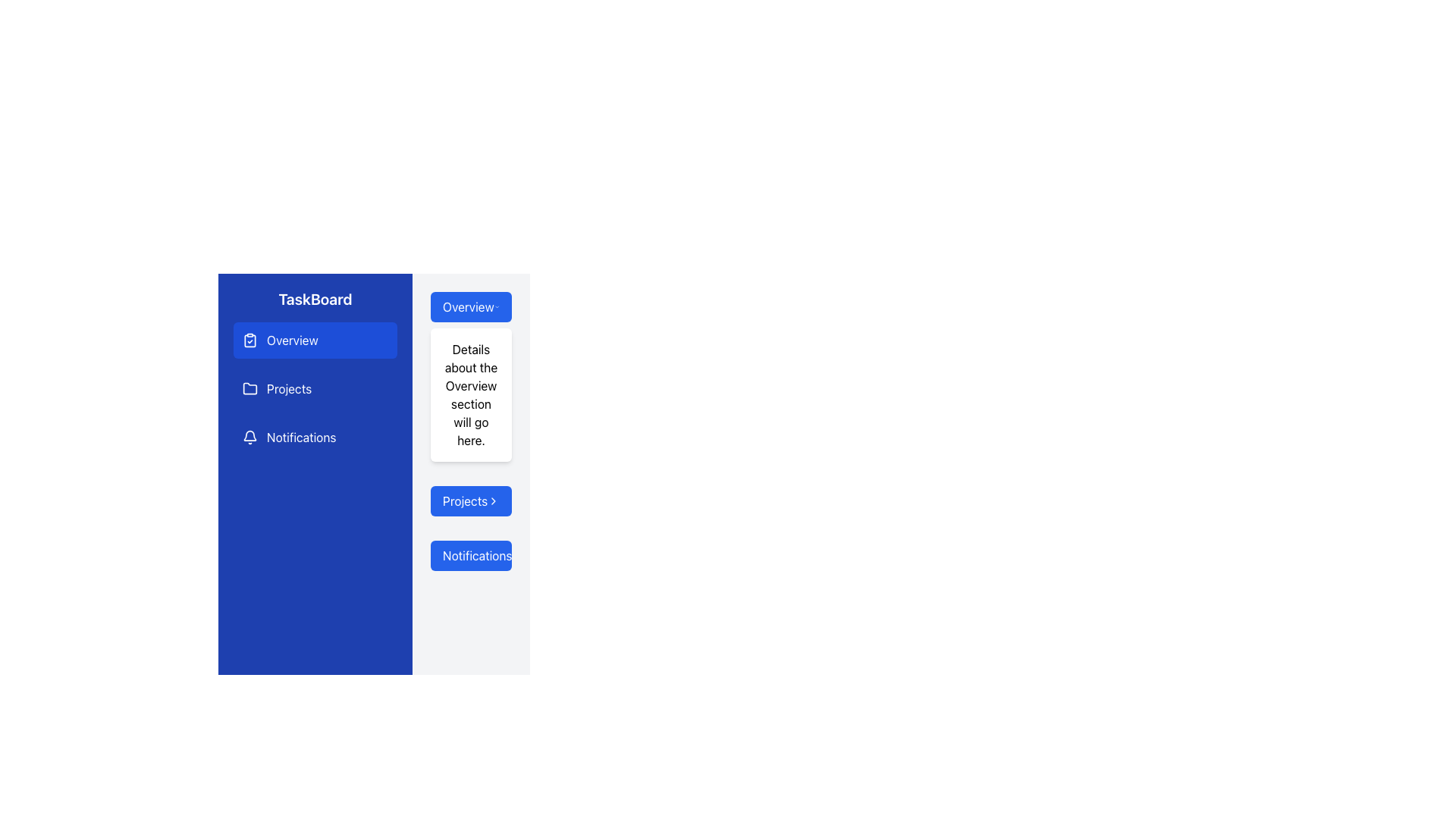 This screenshot has height=819, width=1456. I want to click on text from the 'Projects' label, which is displayed in white on a blue background, located between the 'Overview' and 'Notifications' buttons, so click(464, 500).